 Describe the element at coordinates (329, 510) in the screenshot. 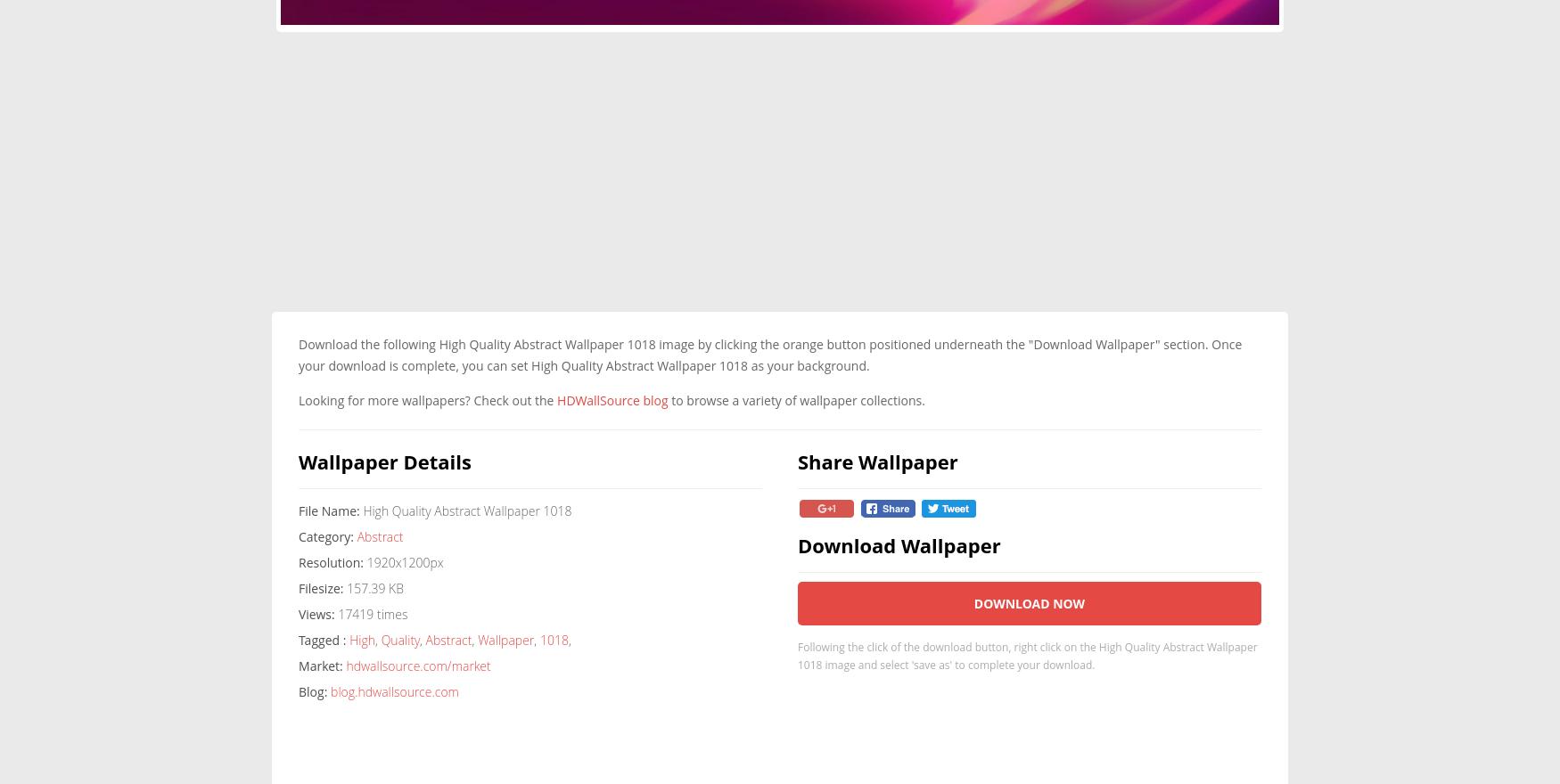

I see `'File Name:'` at that location.